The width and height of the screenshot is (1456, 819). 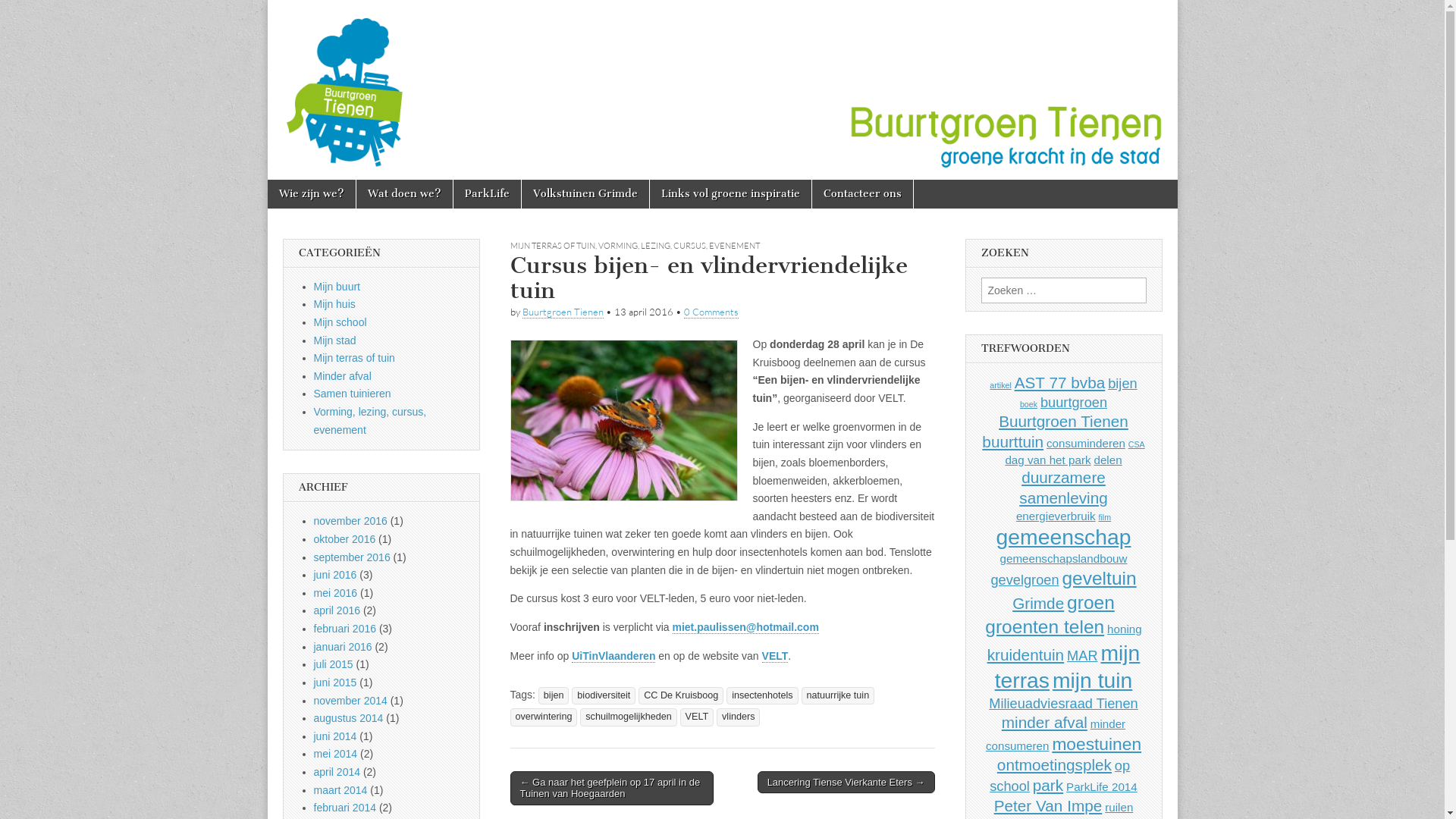 I want to click on 'Mijn school', so click(x=340, y=321).